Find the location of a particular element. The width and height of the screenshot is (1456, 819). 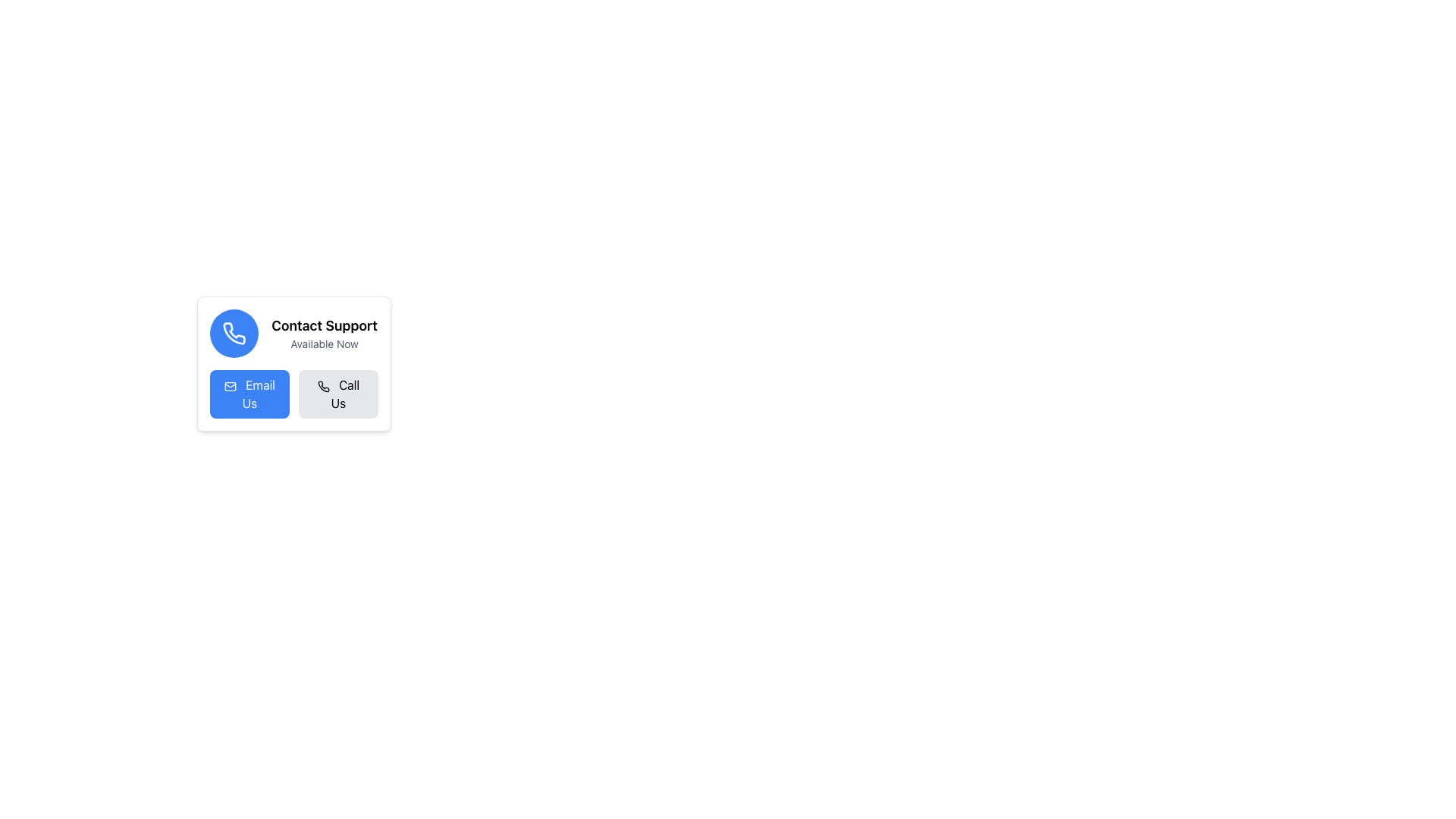

the blue mail envelope icon located to the left of the 'Email Us' button in the 'Contact Support' section to initiate an email interaction is located at coordinates (229, 385).